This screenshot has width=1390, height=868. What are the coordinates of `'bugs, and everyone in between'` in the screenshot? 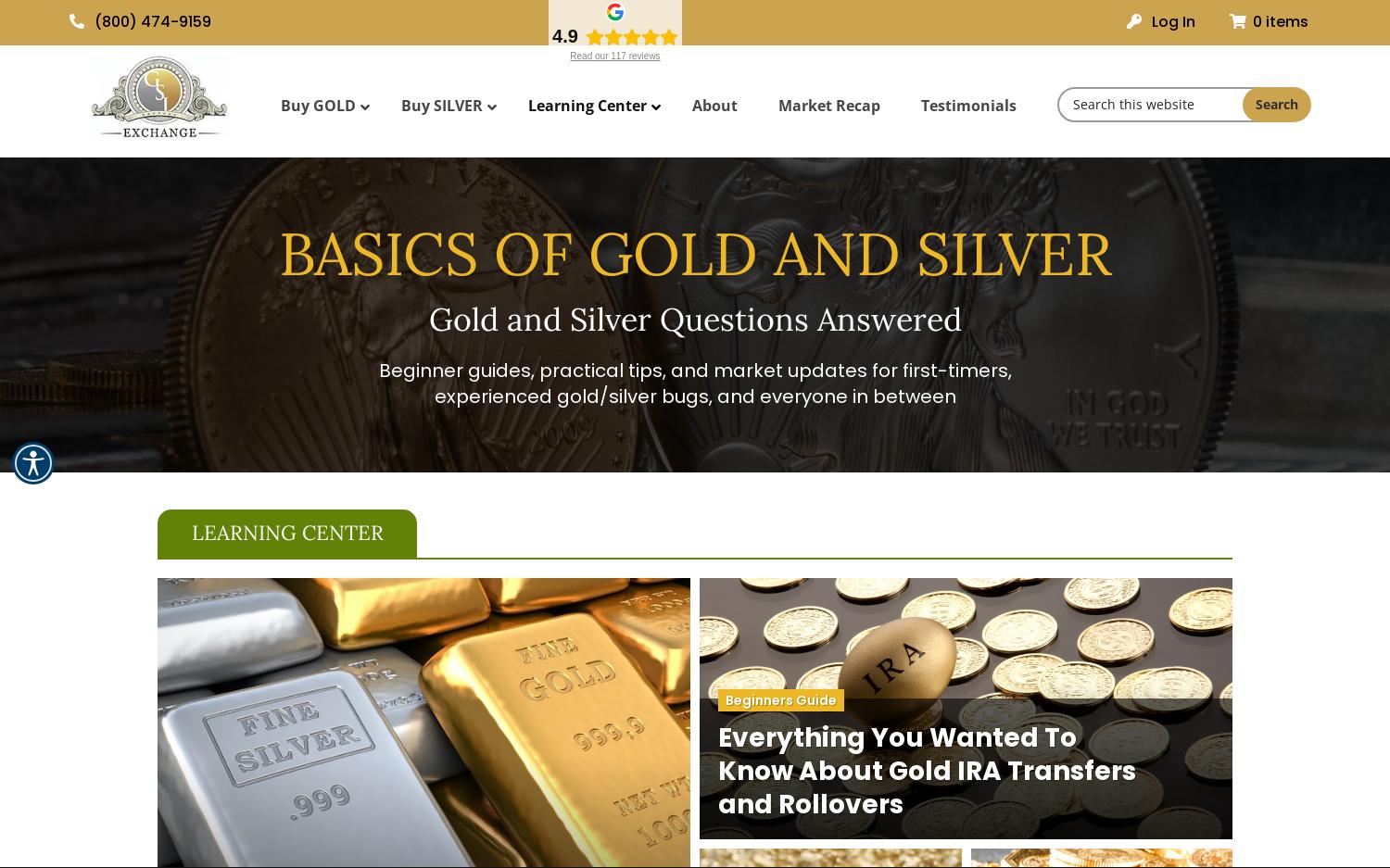 It's located at (804, 396).